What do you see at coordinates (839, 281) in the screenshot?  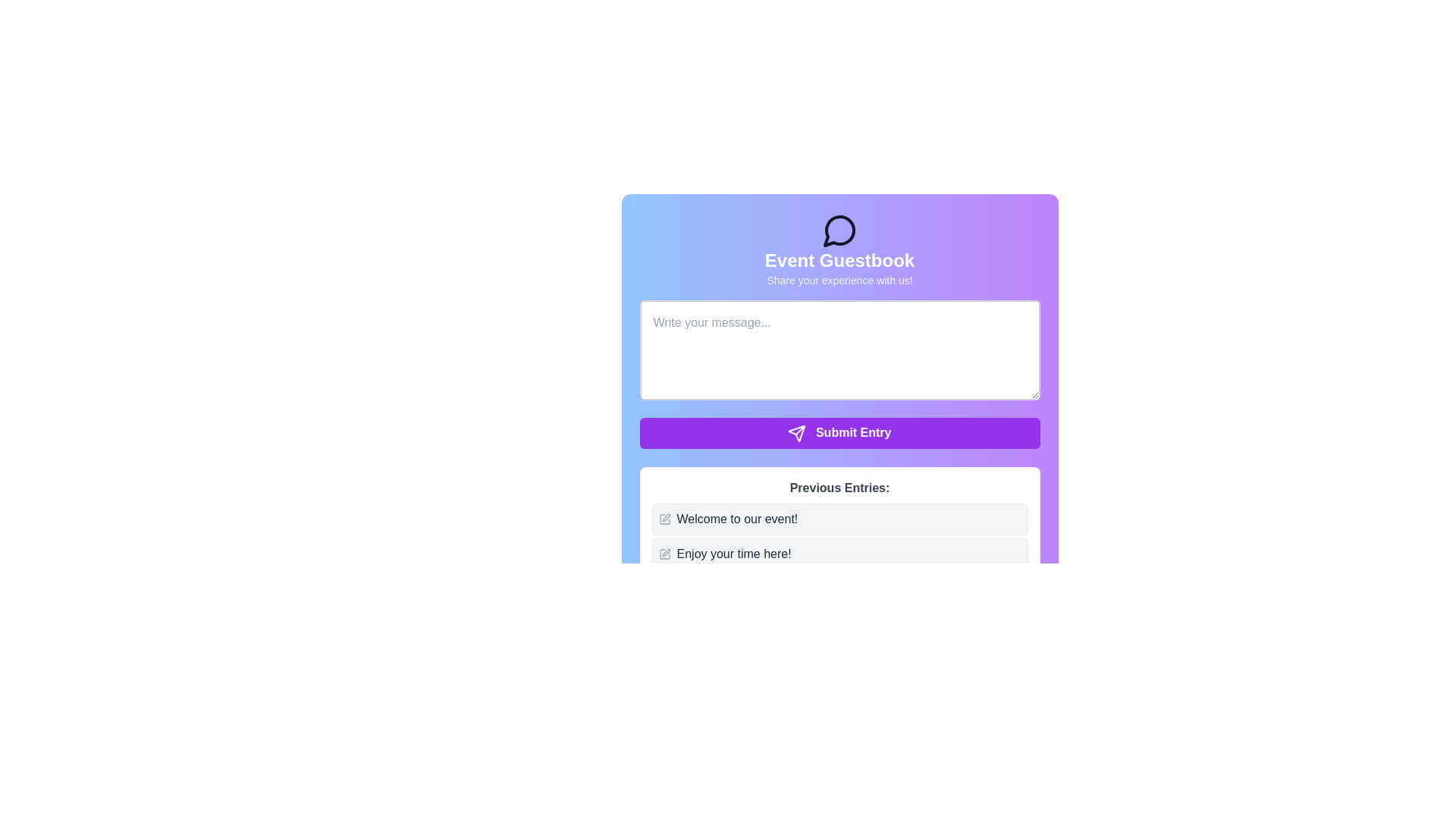 I see `the static text label encouraging users to share their experiences, located below the title 'Event Guestbook' and above the input text box` at bounding box center [839, 281].